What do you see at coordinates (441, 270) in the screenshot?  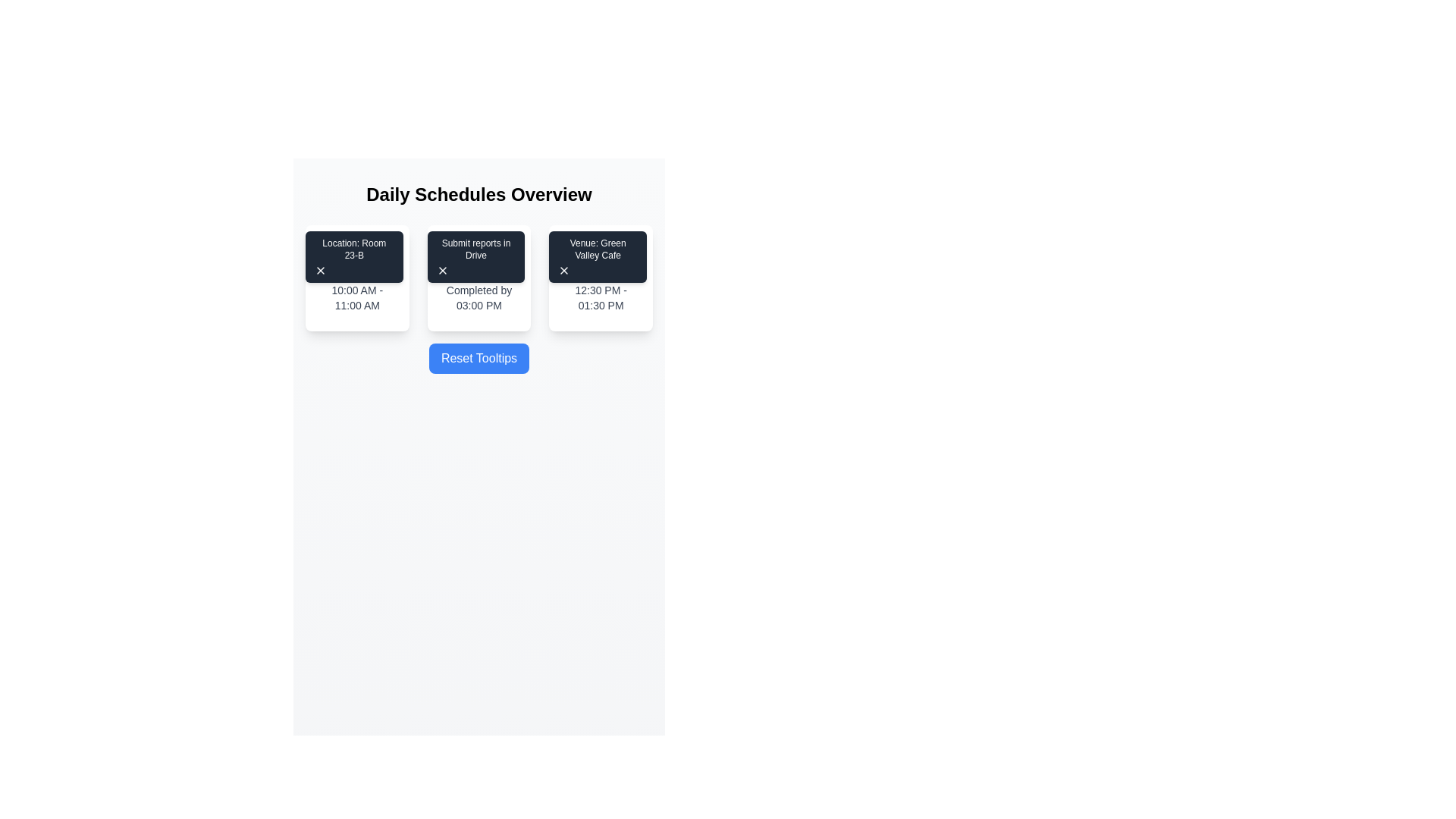 I see `the Close button located at the top-right corner of the 'Submit reports in Drive' card` at bounding box center [441, 270].